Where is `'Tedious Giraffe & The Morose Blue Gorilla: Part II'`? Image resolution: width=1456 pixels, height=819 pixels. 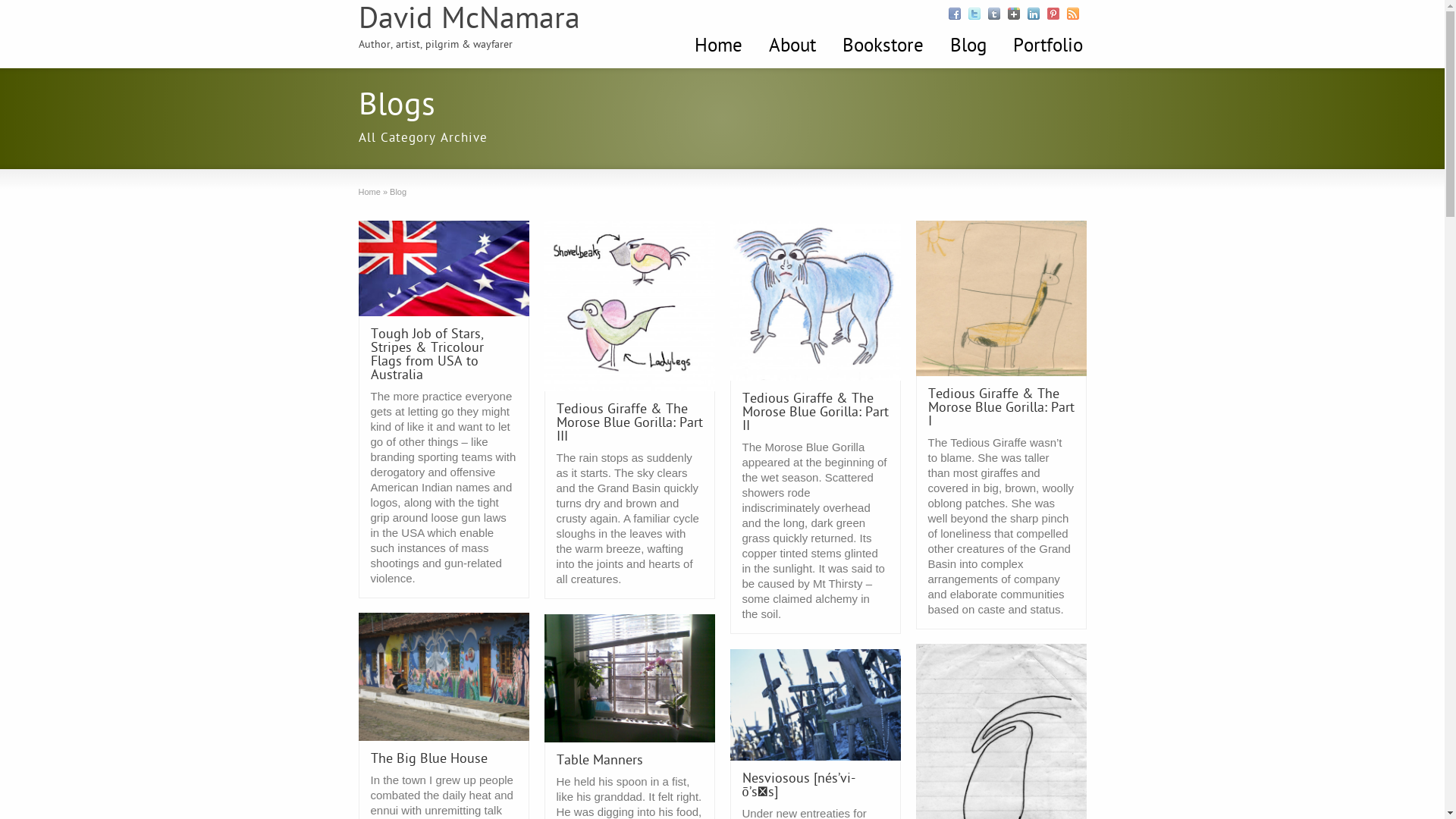 'Tedious Giraffe & The Morose Blue Gorilla: Part II' is located at coordinates (814, 413).